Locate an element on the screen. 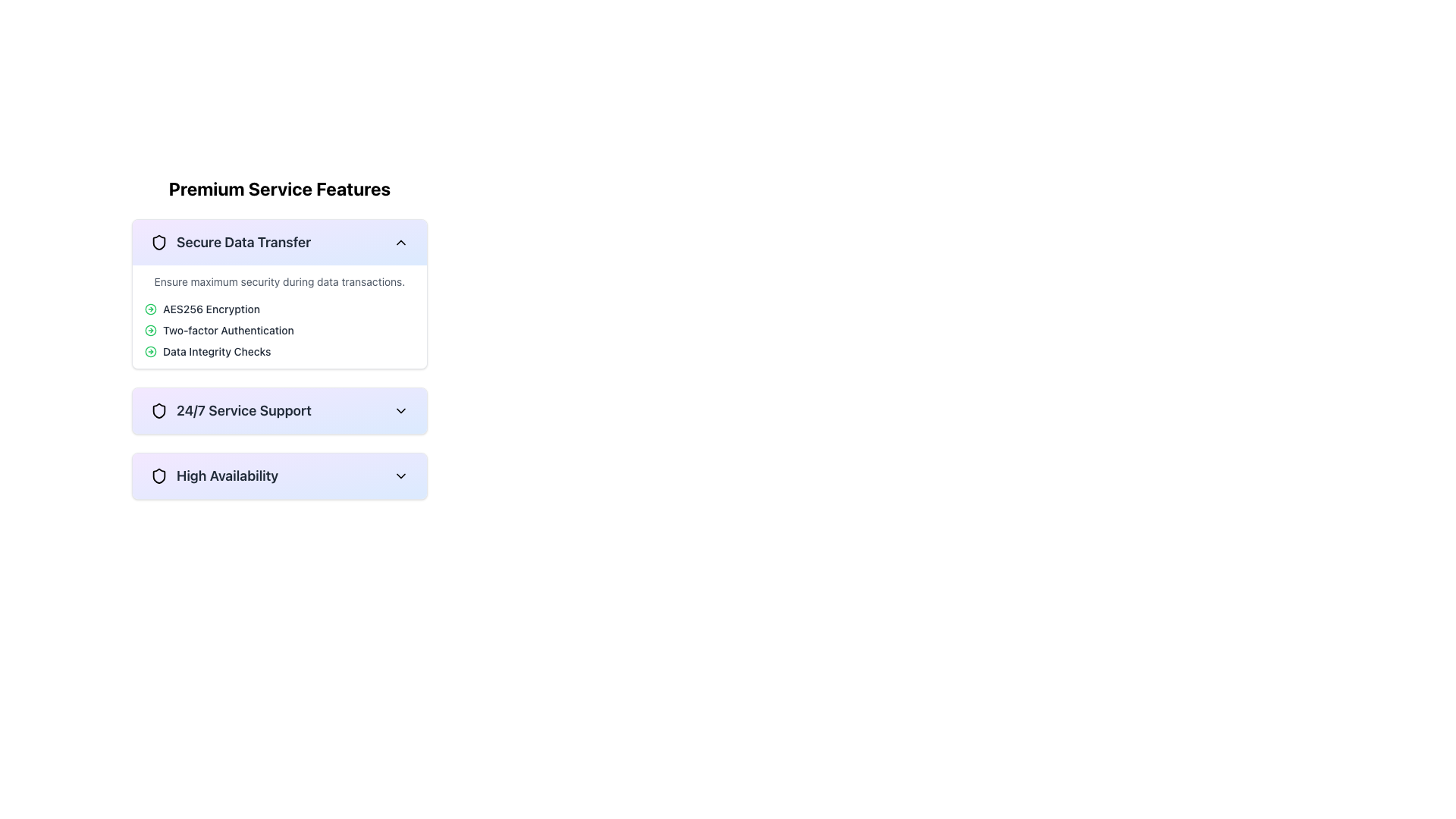  the shield-shaped icon outlined with a black border, located to the left of the text 'High Availability.' is located at coordinates (159, 475).